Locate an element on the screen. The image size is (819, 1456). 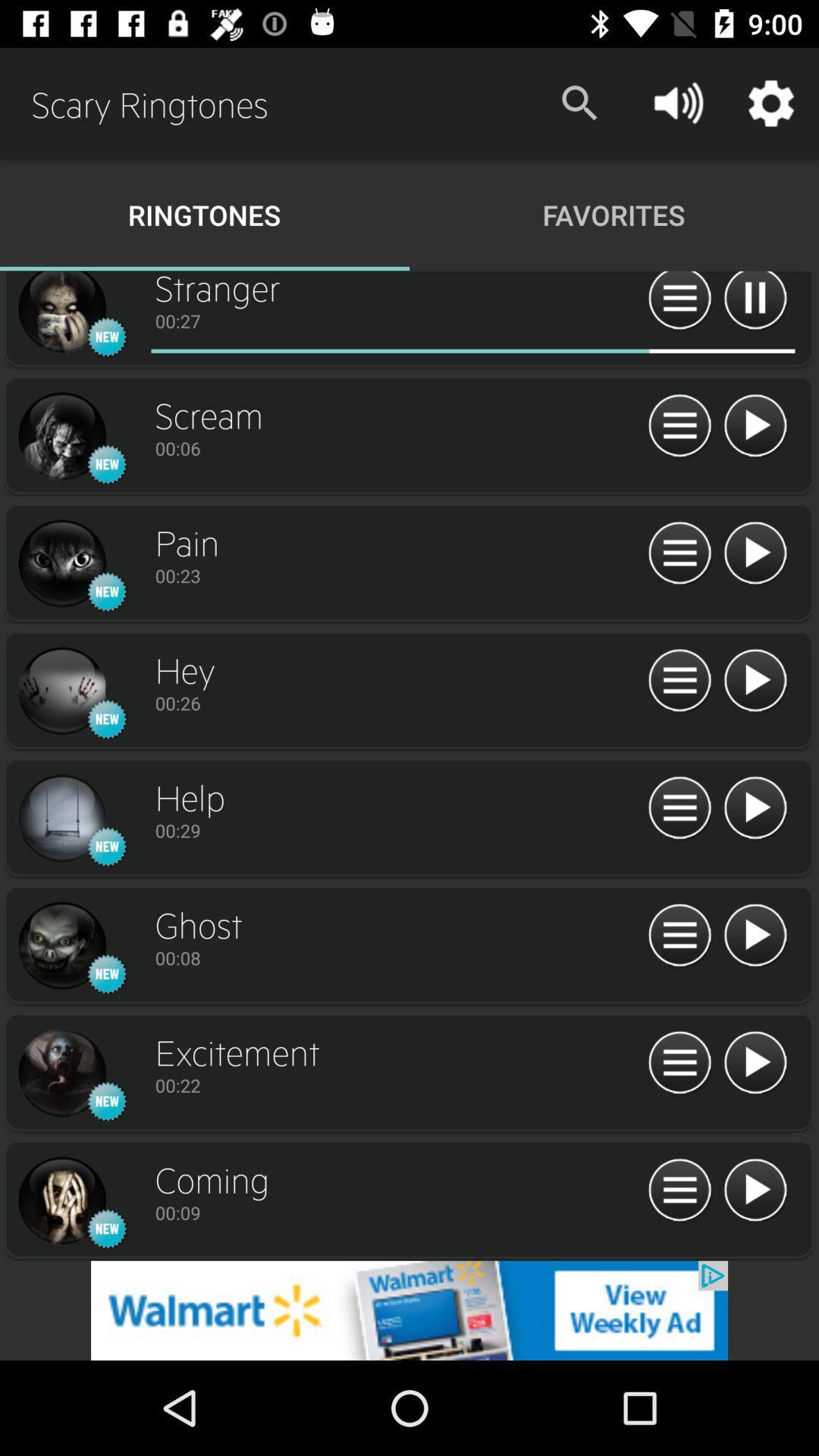
open menu options is located at coordinates (679, 680).